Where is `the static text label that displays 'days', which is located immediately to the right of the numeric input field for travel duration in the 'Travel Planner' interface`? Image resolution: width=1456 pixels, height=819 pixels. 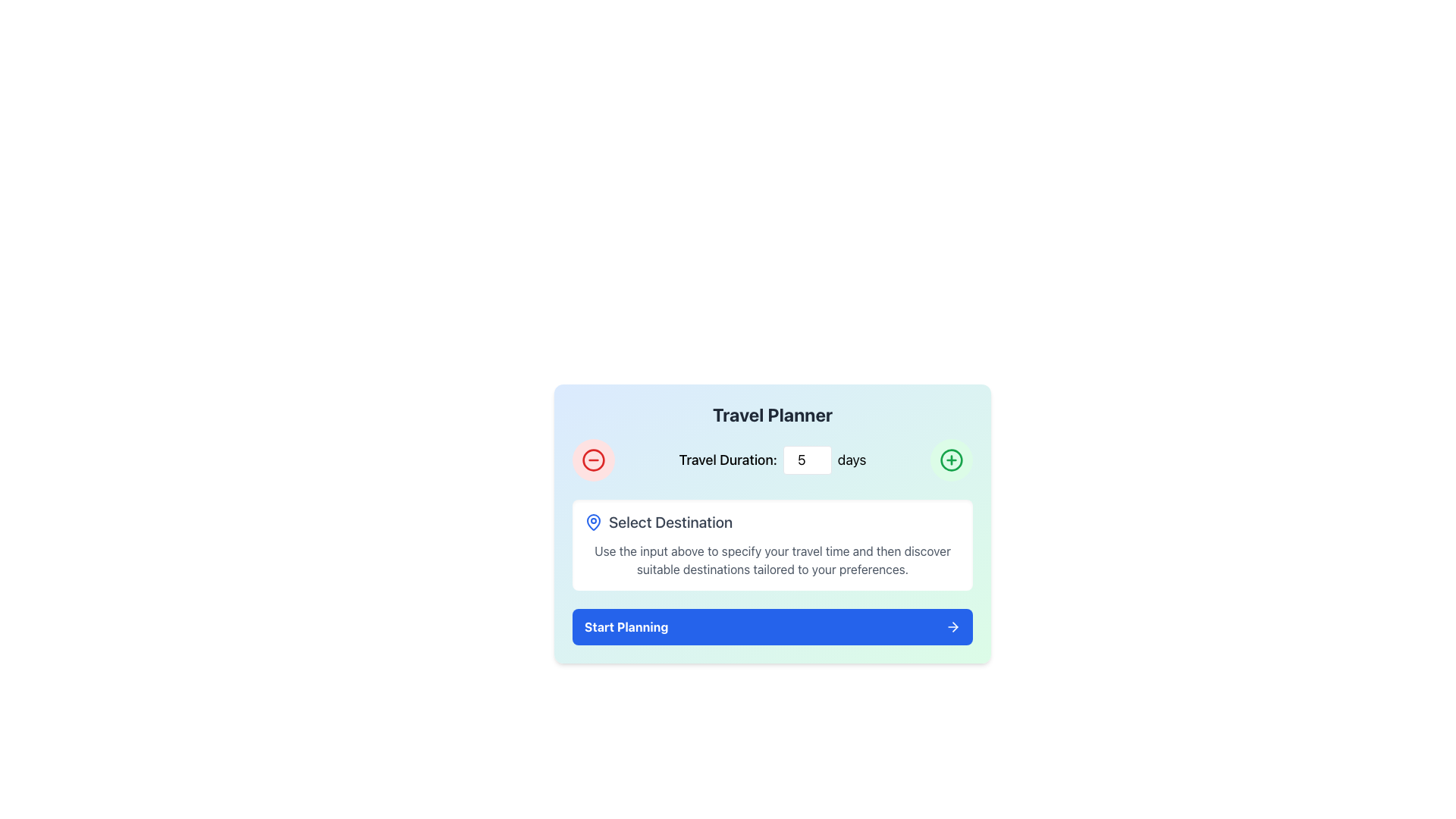 the static text label that displays 'days', which is located immediately to the right of the numeric input field for travel duration in the 'Travel Planner' interface is located at coordinates (852, 459).